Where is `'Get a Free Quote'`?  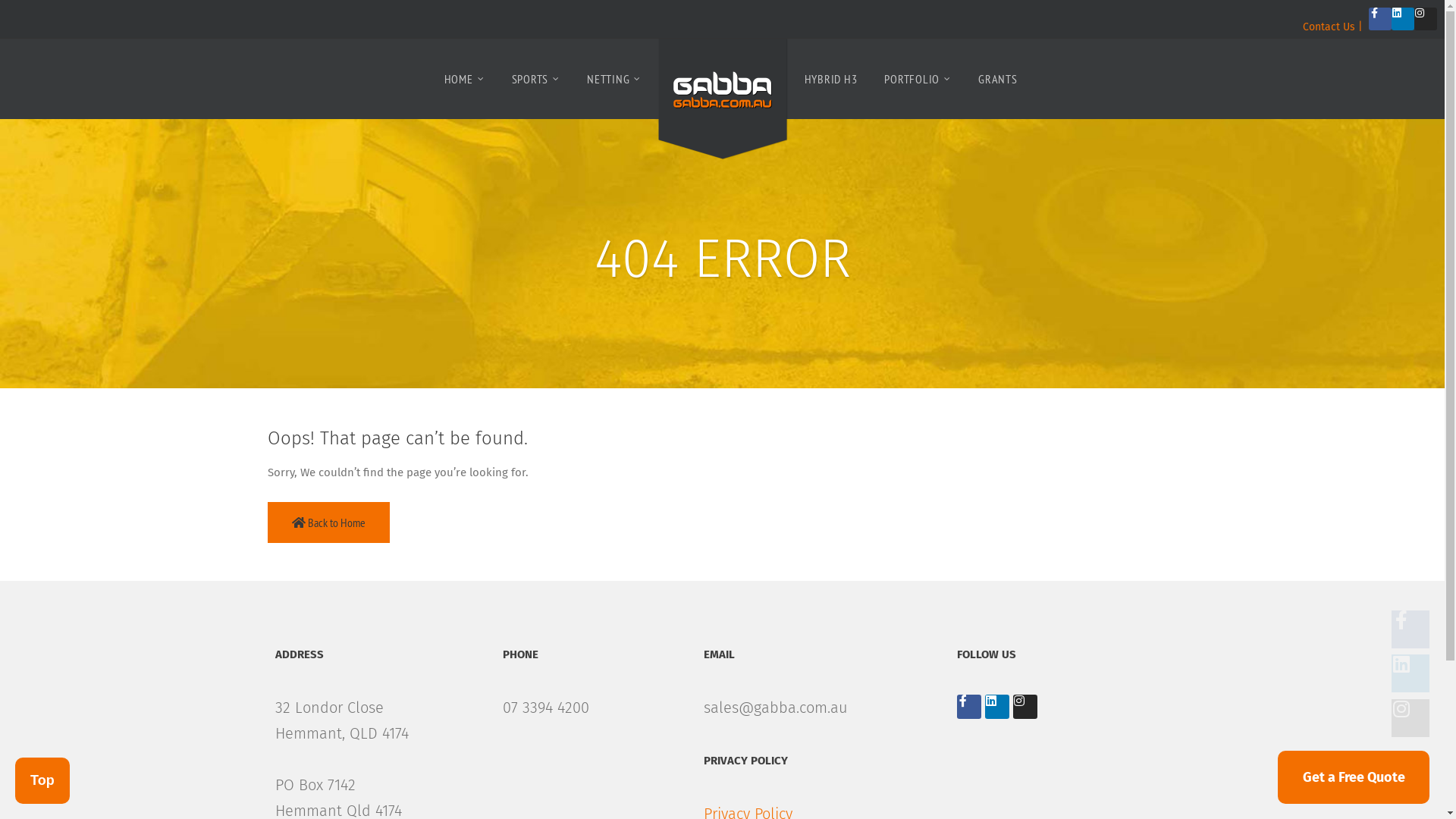
'Get a Free Quote' is located at coordinates (1276, 777).